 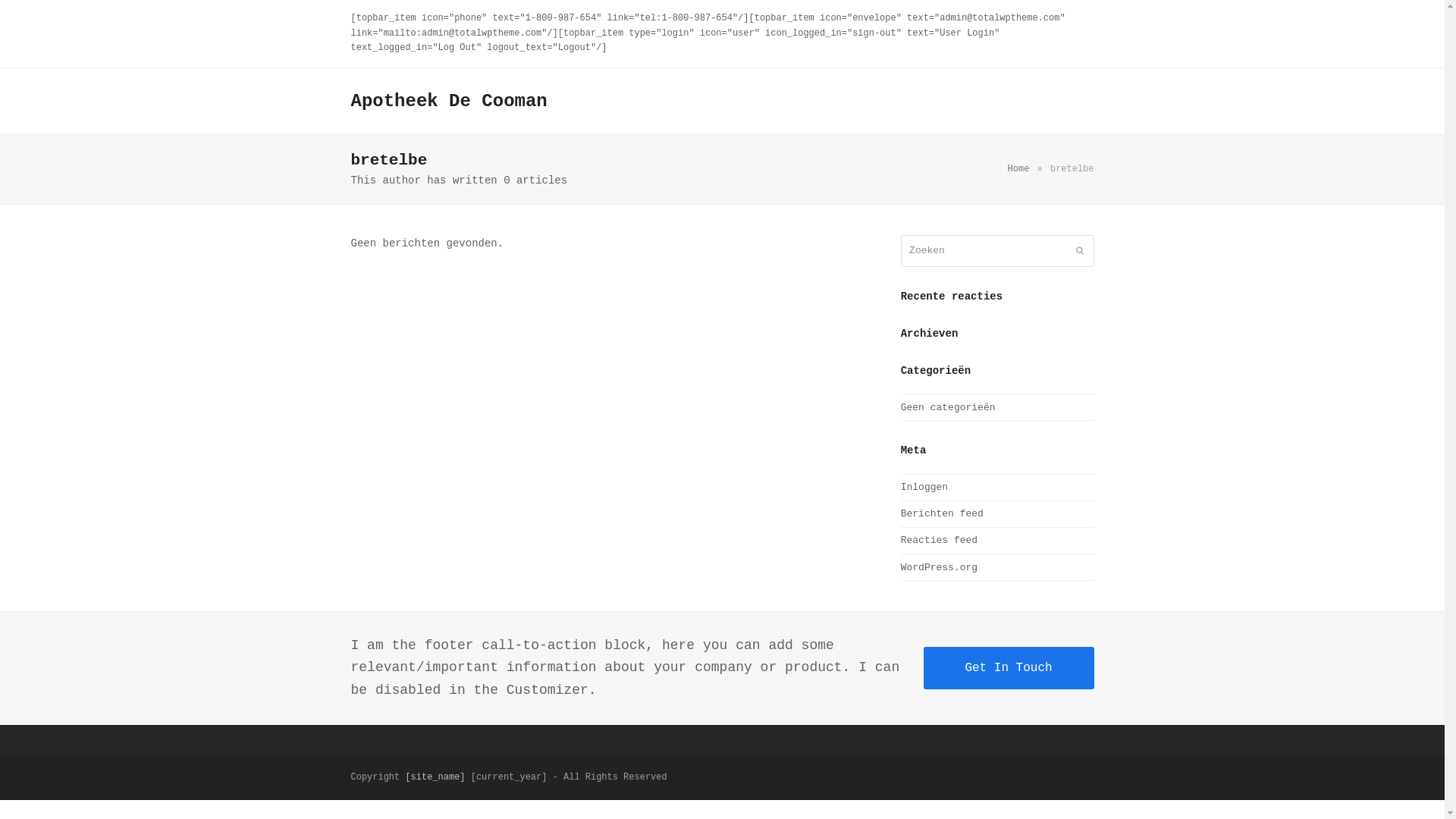 What do you see at coordinates (434, 777) in the screenshot?
I see `'[site_name]'` at bounding box center [434, 777].